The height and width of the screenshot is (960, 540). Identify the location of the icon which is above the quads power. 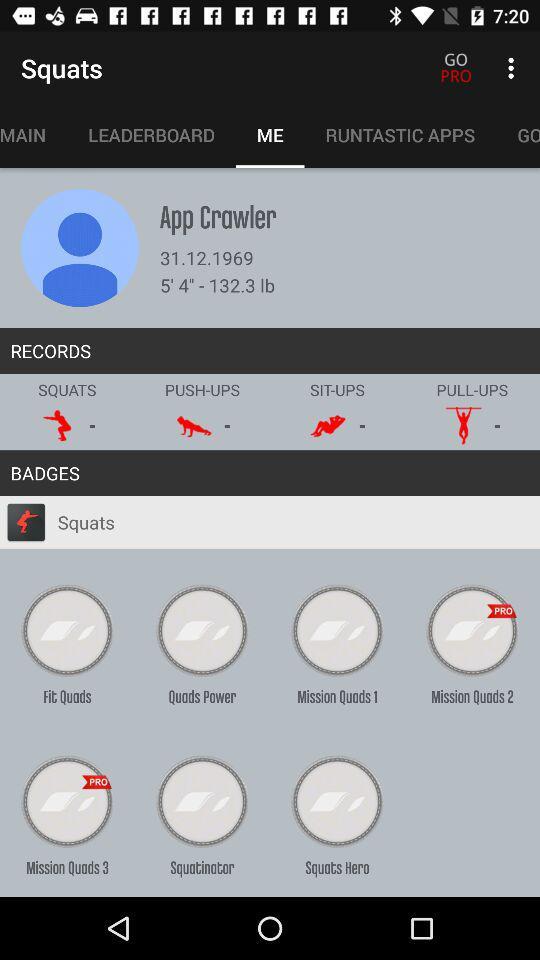
(202, 630).